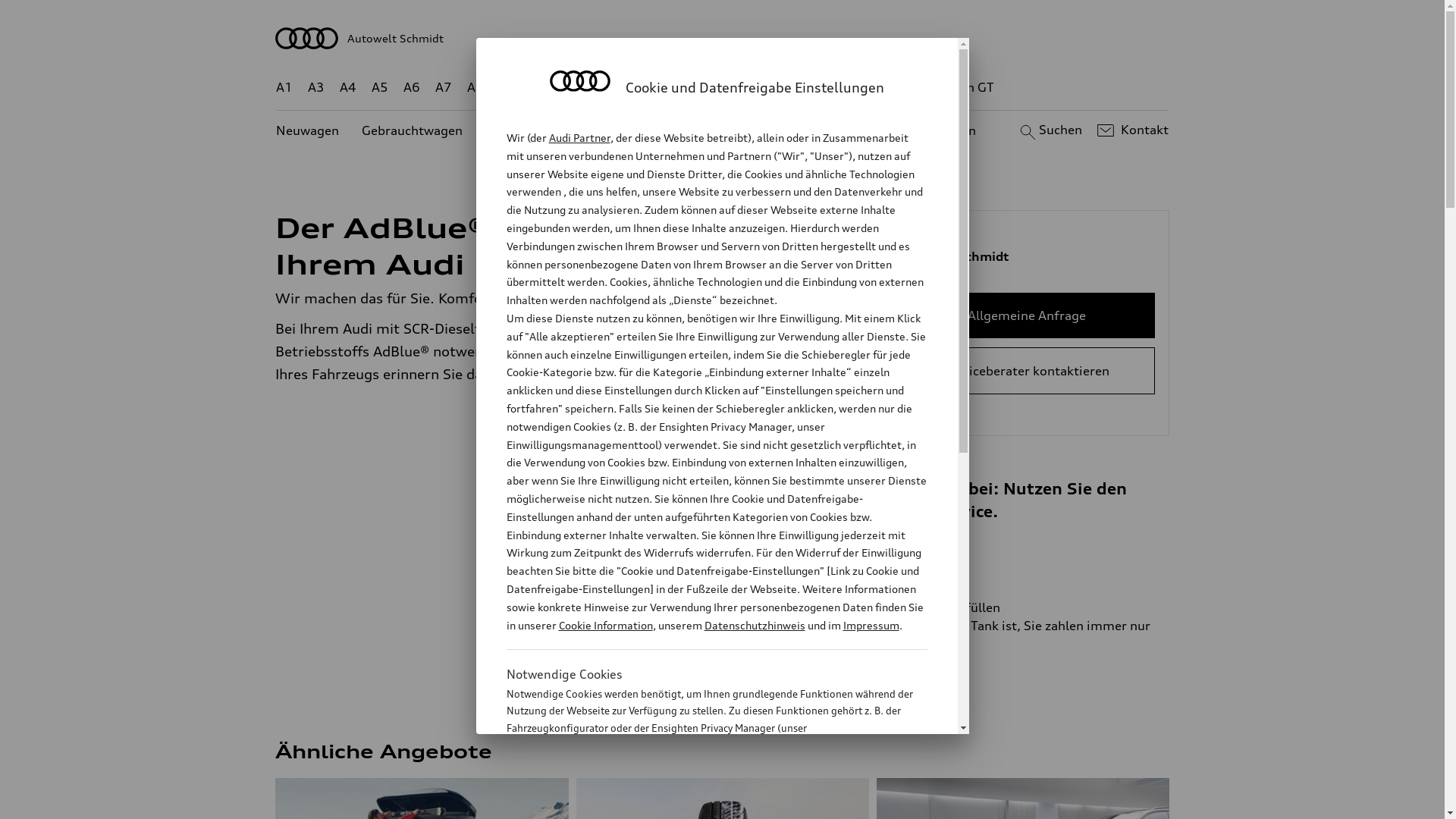  Describe the element at coordinates (1026, 315) in the screenshot. I see `'Allgemeine Anfrage'` at that location.